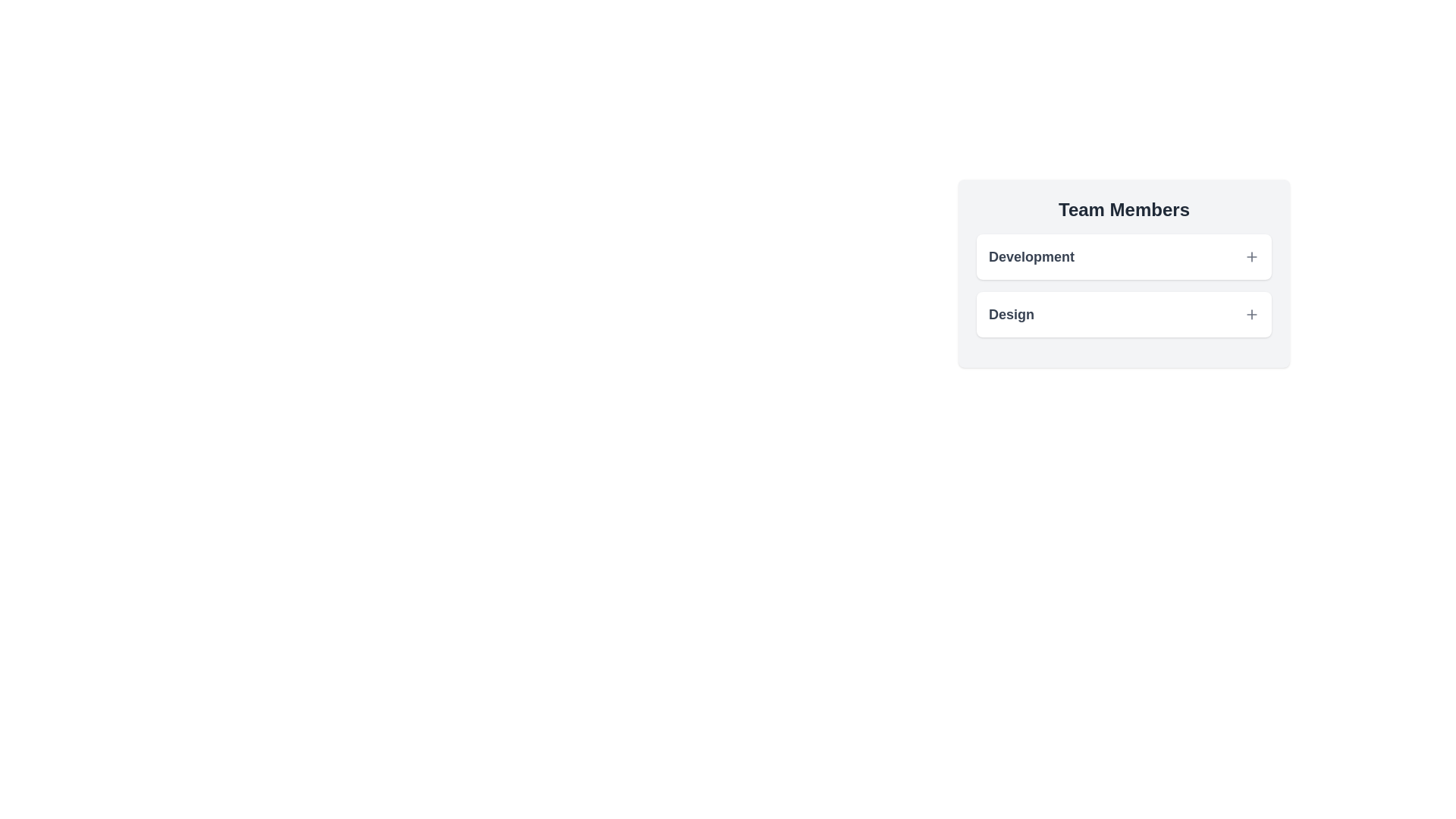  I want to click on the expand/collapse icon for the team named Development, so click(1252, 256).